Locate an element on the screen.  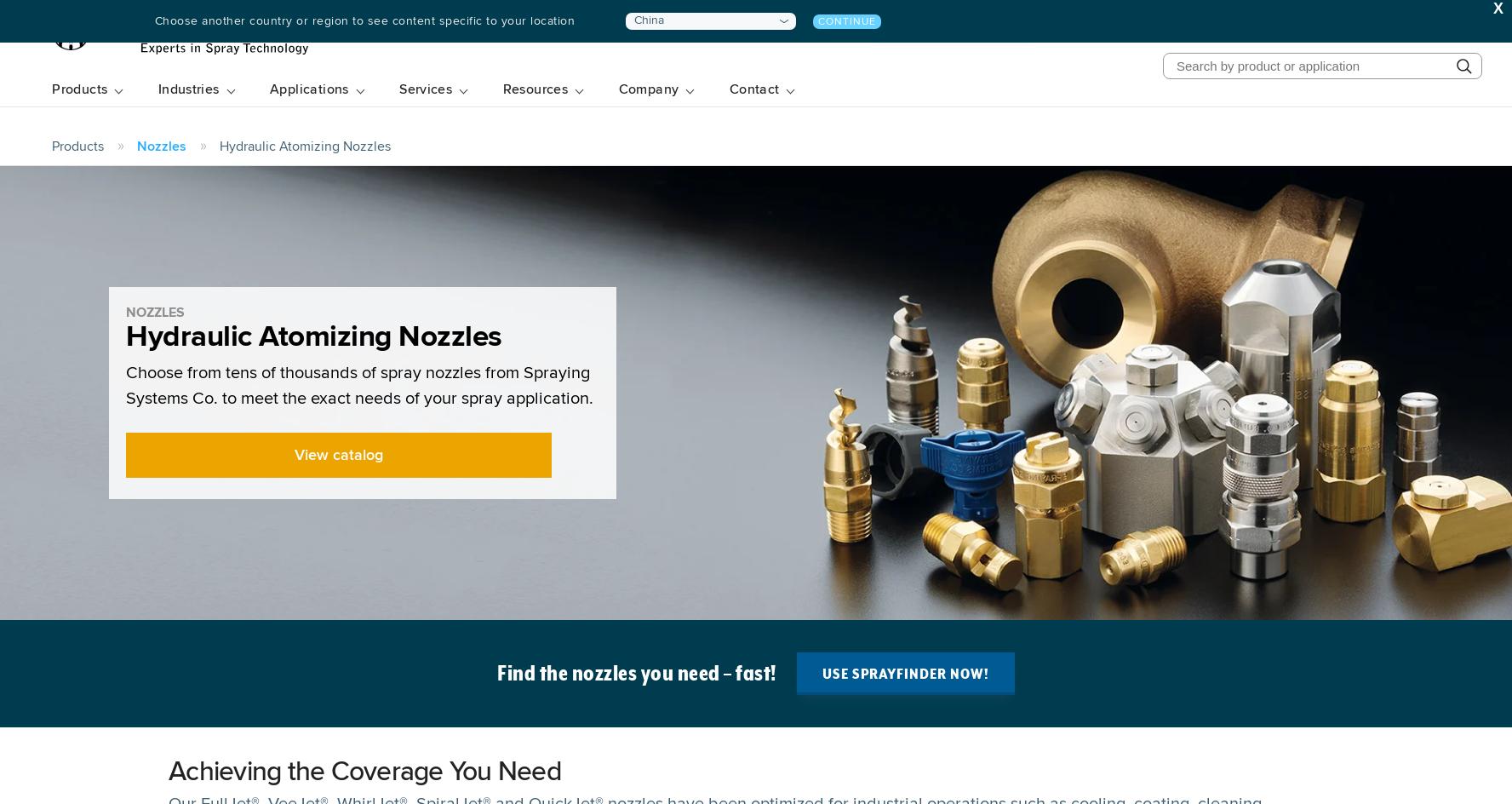
'Products Overview' is located at coordinates (121, 169).